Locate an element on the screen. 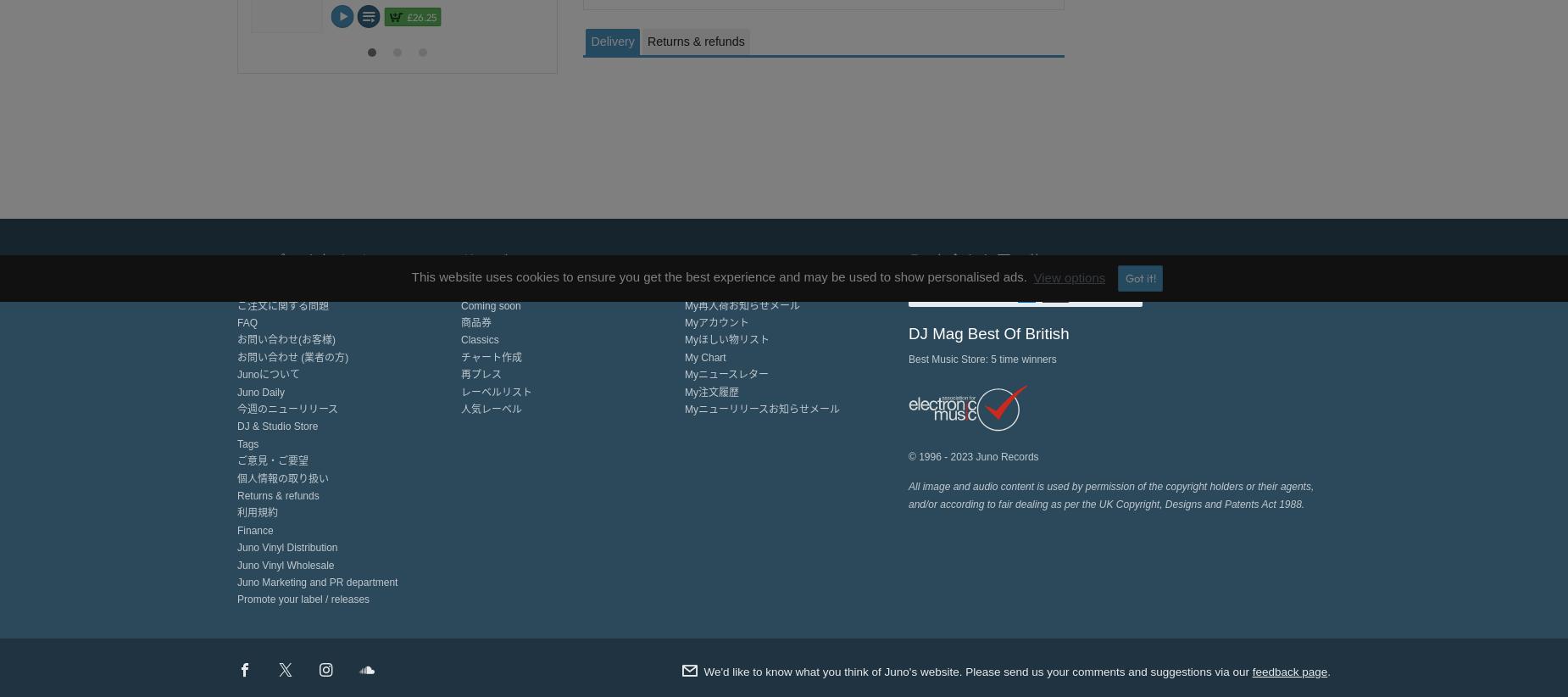  'Myほしい物リスト' is located at coordinates (727, 339).